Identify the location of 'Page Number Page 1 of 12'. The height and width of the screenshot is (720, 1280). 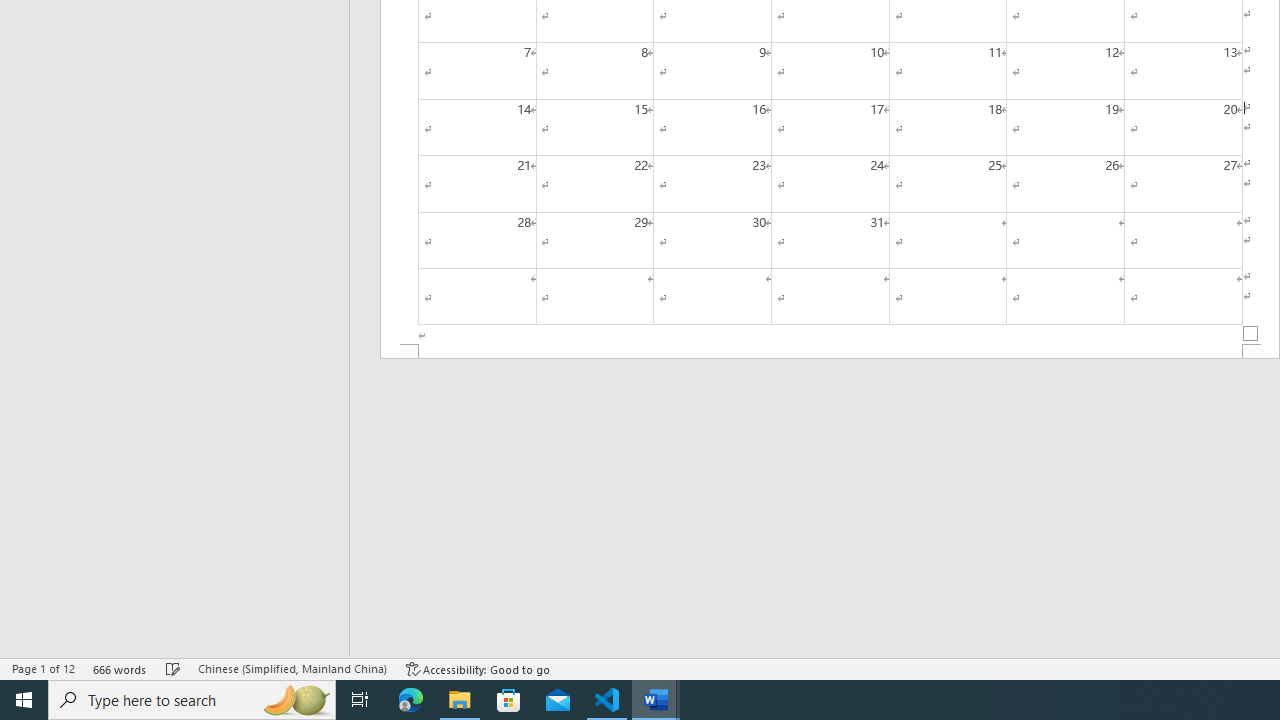
(43, 669).